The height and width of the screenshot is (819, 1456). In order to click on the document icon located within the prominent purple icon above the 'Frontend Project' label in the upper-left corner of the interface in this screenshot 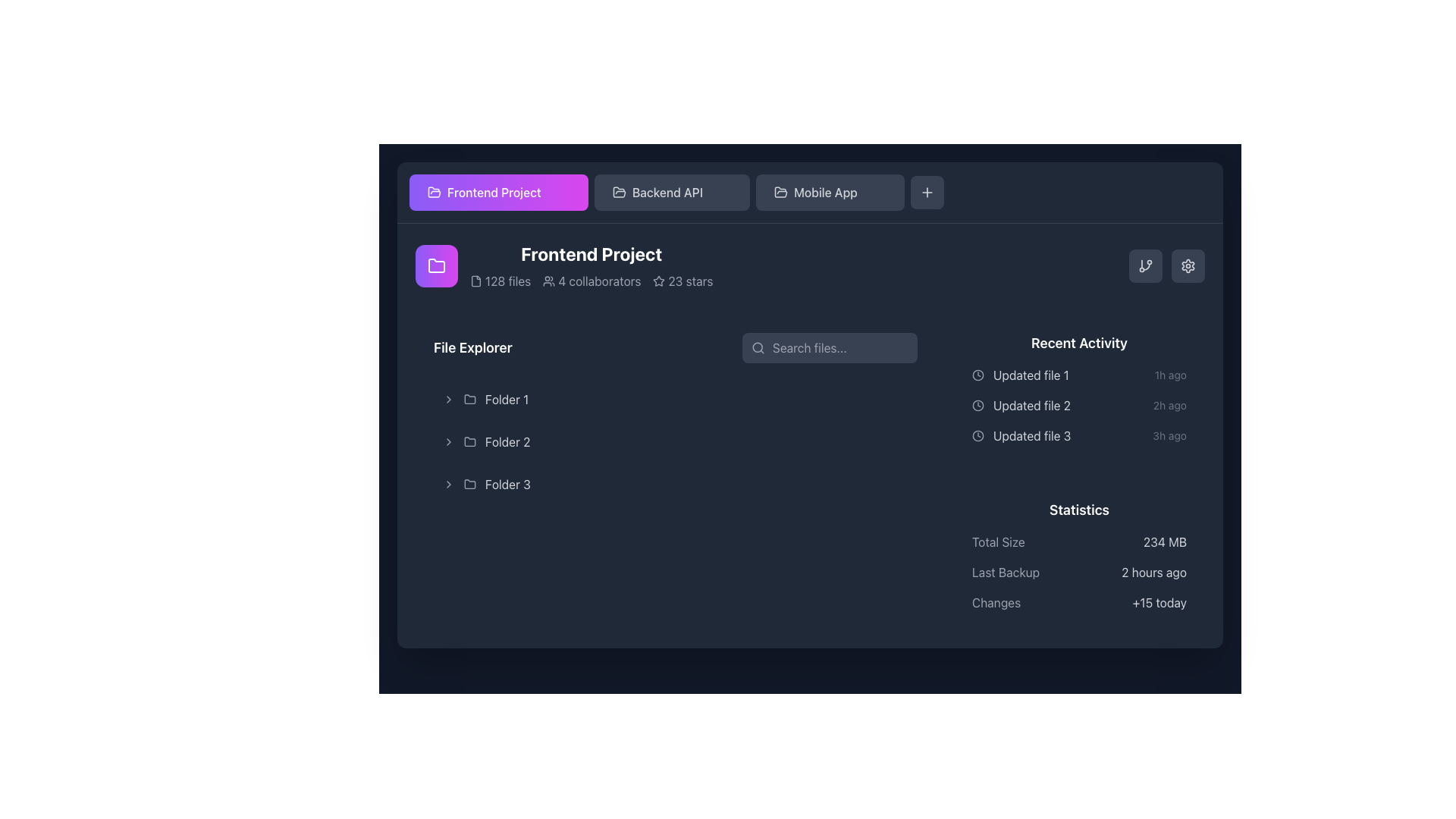, I will do `click(475, 281)`.